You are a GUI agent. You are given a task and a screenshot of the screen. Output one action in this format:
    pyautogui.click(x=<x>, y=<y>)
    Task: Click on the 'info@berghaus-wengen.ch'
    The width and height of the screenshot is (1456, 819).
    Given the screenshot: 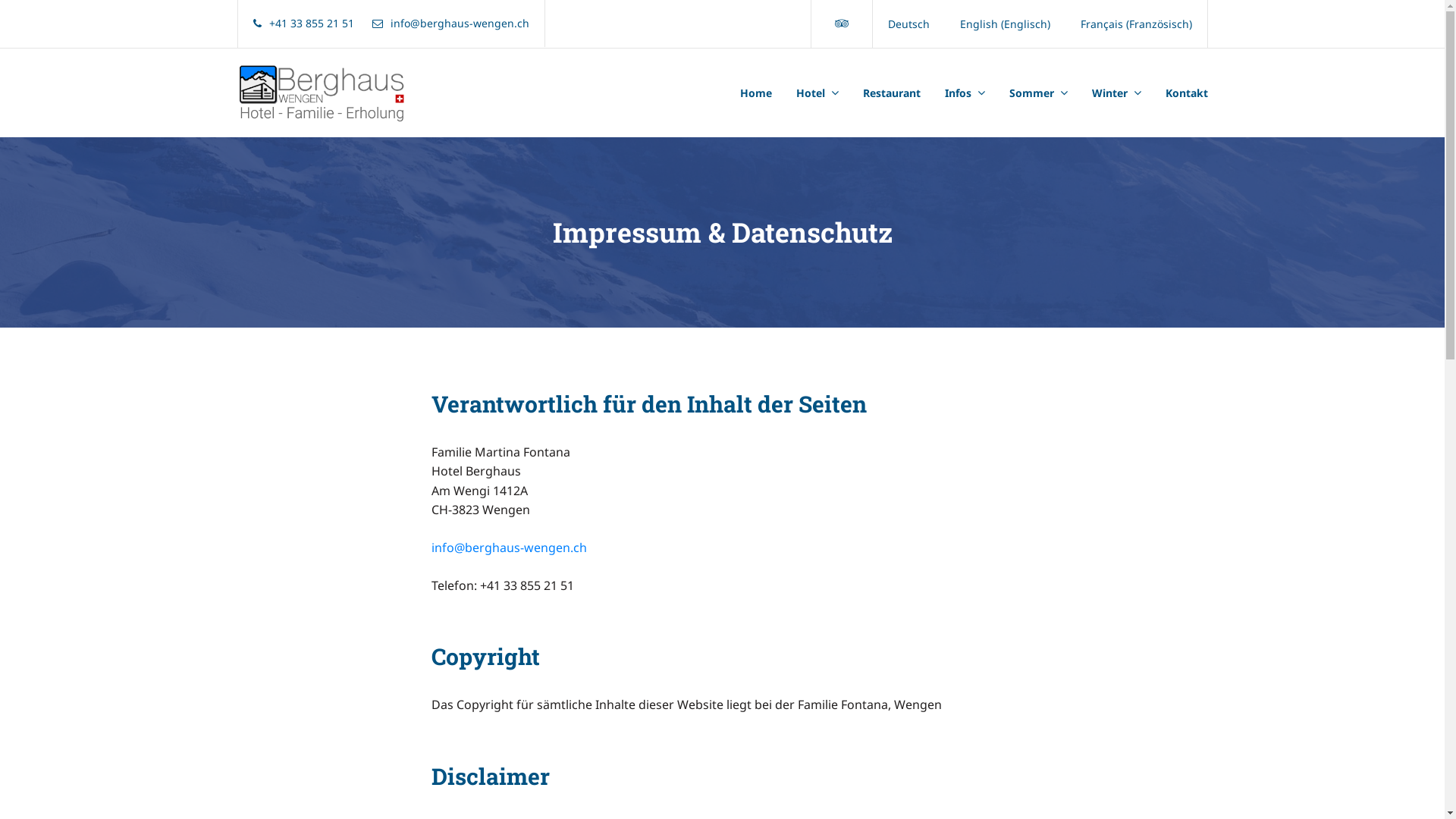 What is the action you would take?
    pyautogui.click(x=508, y=547)
    